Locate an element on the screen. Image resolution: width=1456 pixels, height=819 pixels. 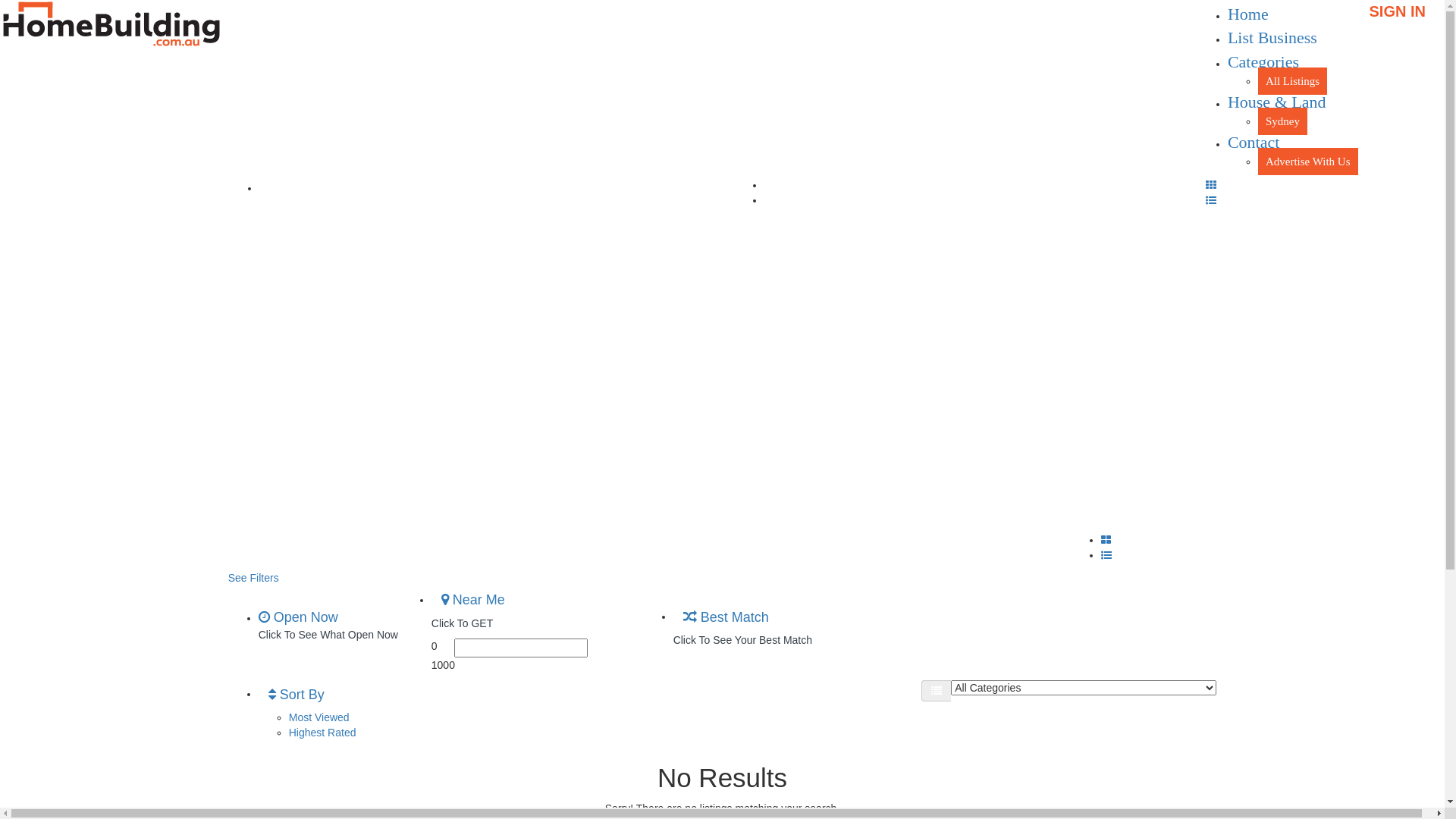
'SIGN IN' is located at coordinates (1397, 11).